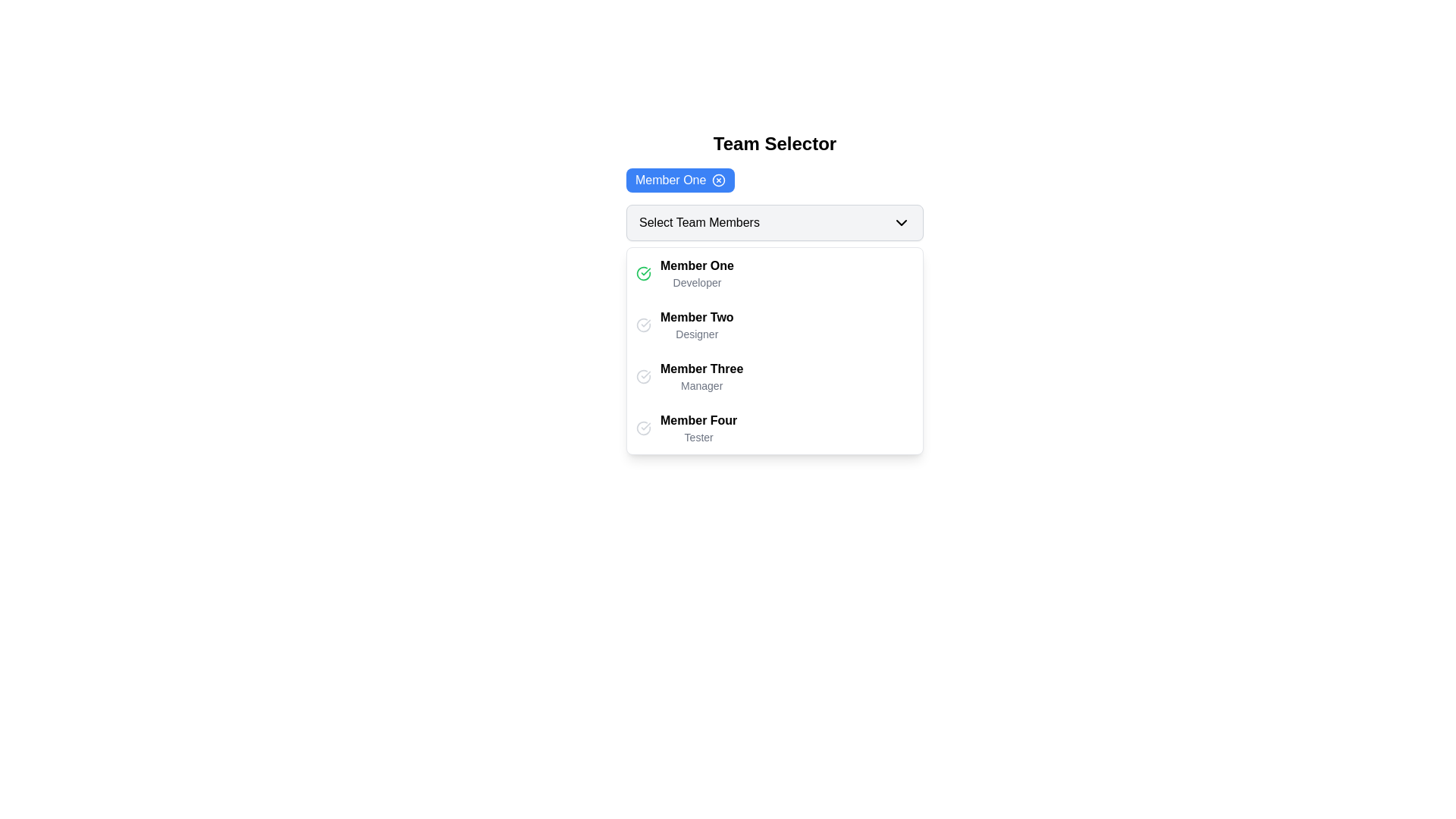  Describe the element at coordinates (644, 428) in the screenshot. I see `the circular icon with a checkmark inside, which is light gray and located to the left of 'Member Four' and above 'Tester' in the dropdown list under 'Select Team Members'` at that location.